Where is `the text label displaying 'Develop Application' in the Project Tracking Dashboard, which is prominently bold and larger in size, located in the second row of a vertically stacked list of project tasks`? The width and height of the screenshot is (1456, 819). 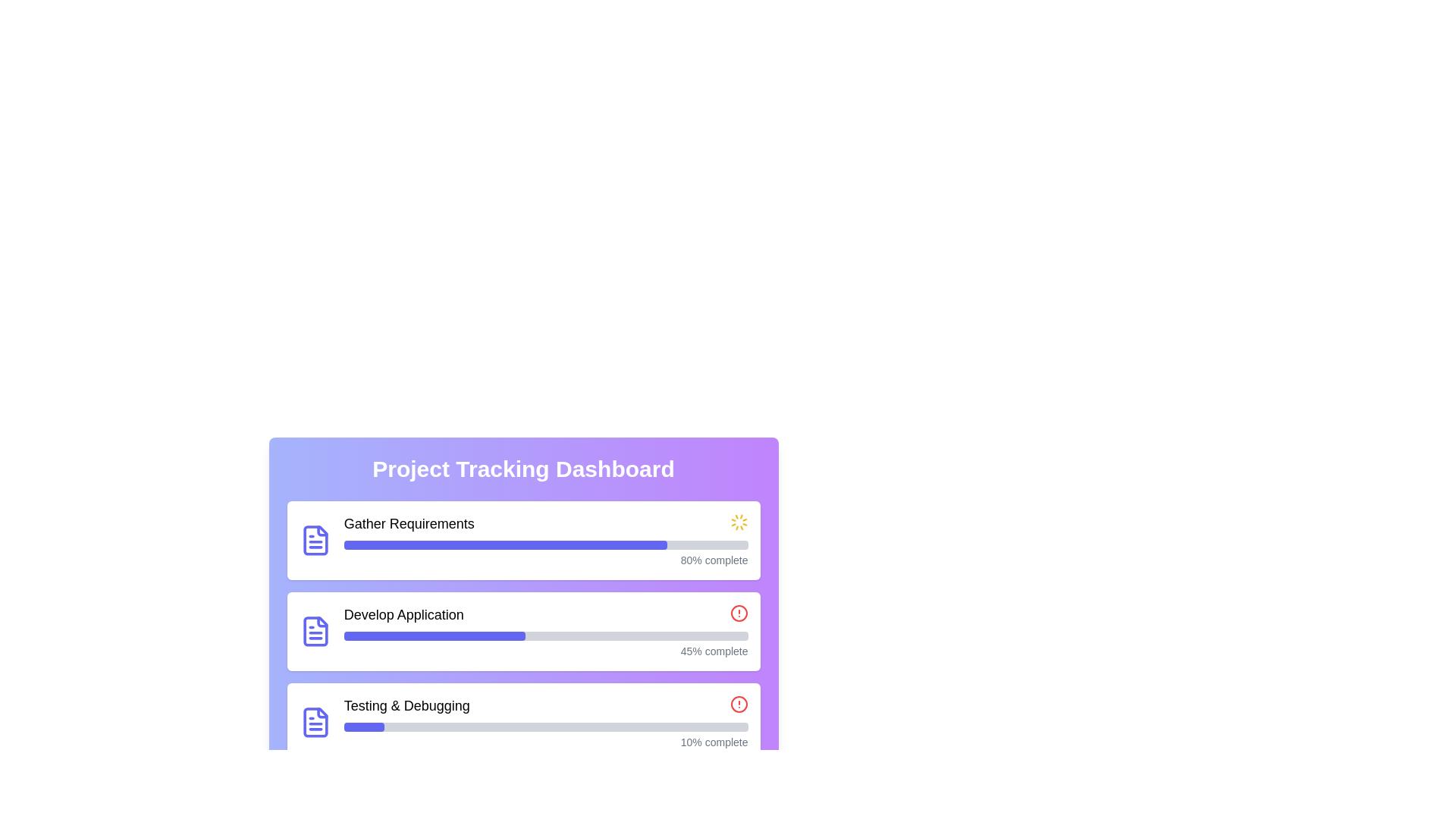
the text label displaying 'Develop Application' in the Project Tracking Dashboard, which is prominently bold and larger in size, located in the second row of a vertically stacked list of project tasks is located at coordinates (403, 614).